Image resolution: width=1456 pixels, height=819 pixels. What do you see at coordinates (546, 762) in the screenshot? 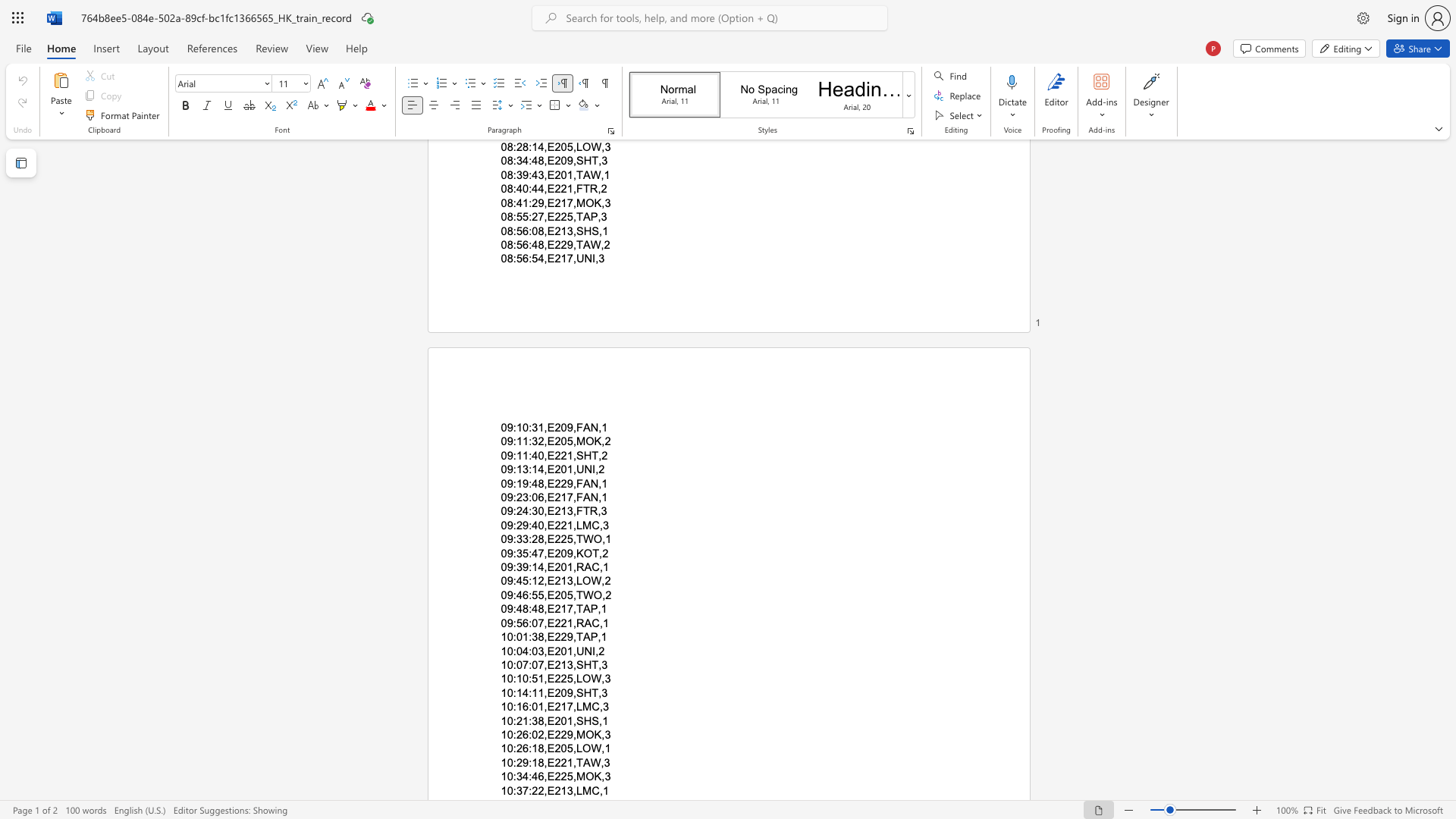
I see `the subset text "E22" within the text "10:29:18,E221,TAW,3"` at bounding box center [546, 762].